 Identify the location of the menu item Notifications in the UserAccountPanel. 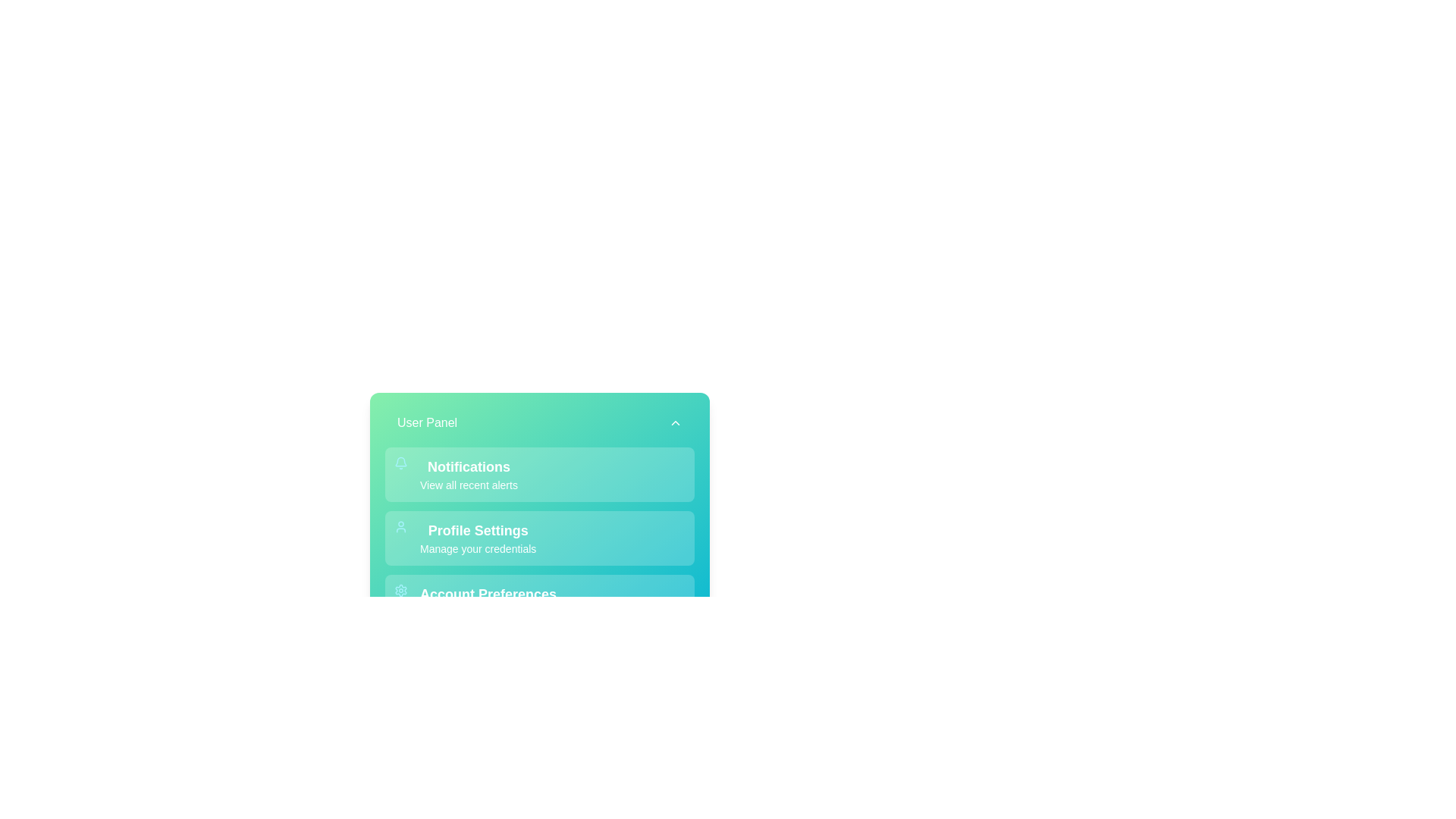
(539, 473).